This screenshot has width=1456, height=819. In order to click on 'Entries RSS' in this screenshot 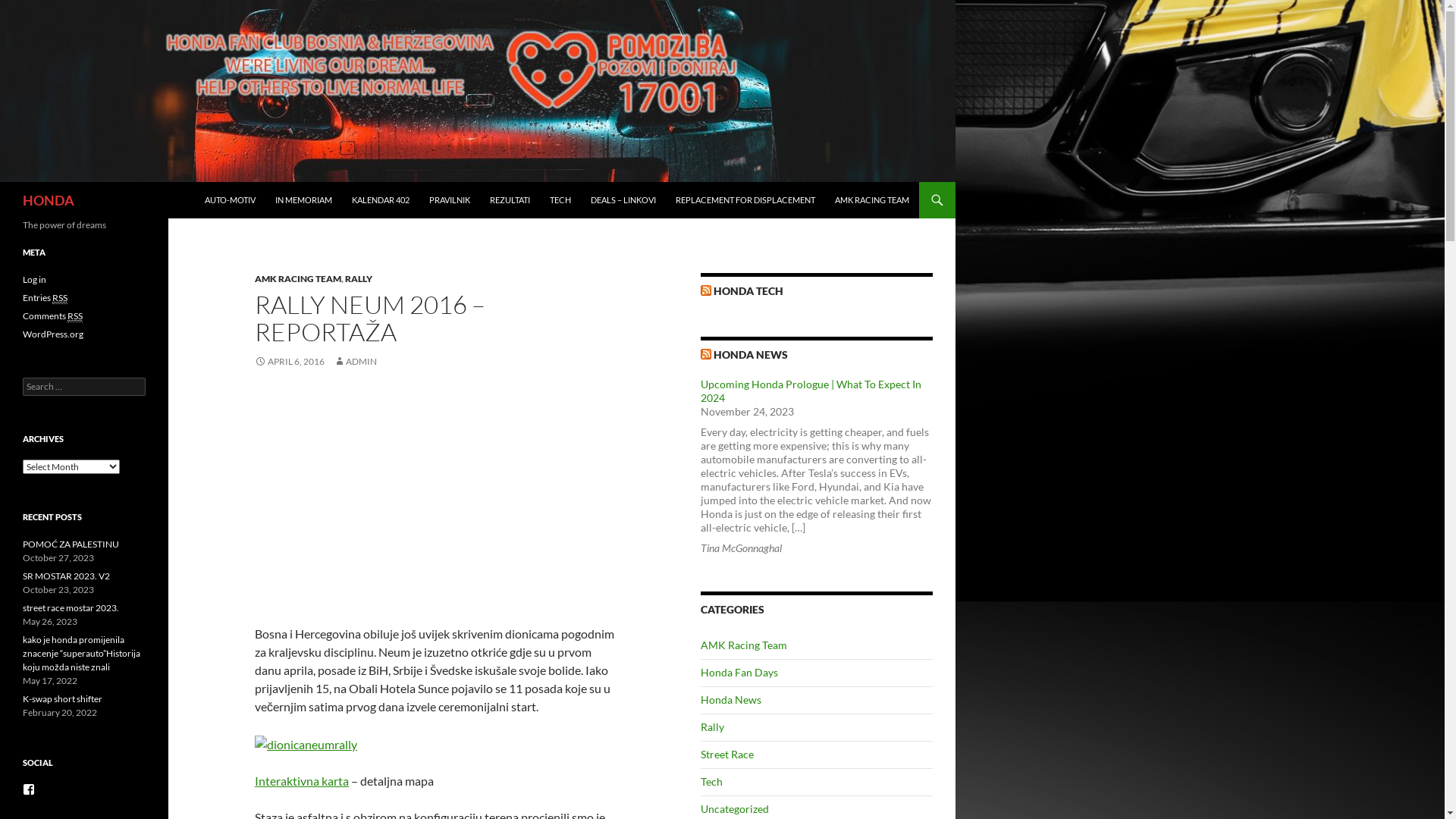, I will do `click(45, 298)`.